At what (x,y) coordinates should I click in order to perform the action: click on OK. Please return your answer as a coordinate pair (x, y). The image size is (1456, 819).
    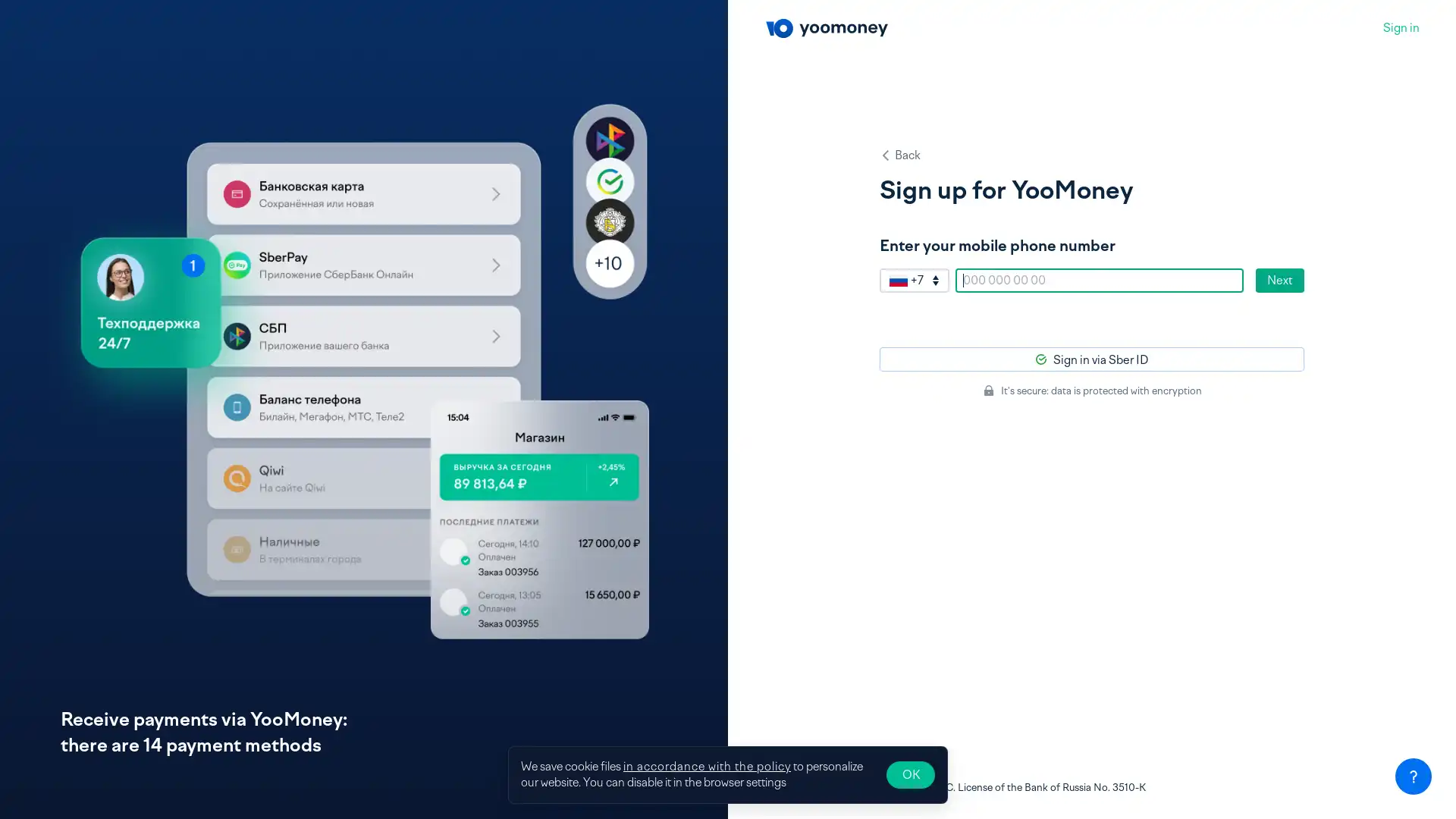
    Looking at the image, I should click on (910, 775).